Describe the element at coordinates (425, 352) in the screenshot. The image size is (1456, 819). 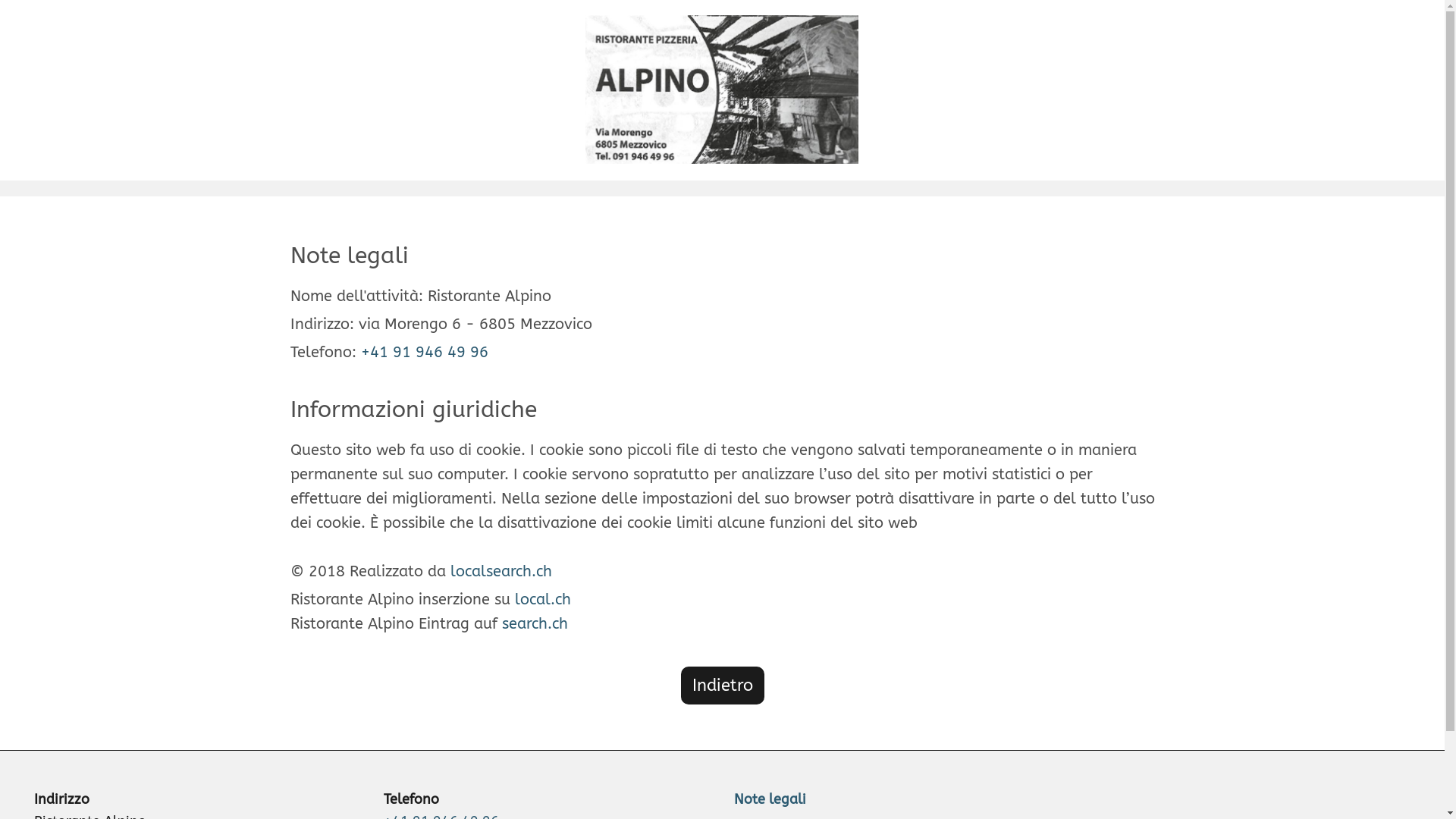
I see `'+41 91 946 49 96'` at that location.